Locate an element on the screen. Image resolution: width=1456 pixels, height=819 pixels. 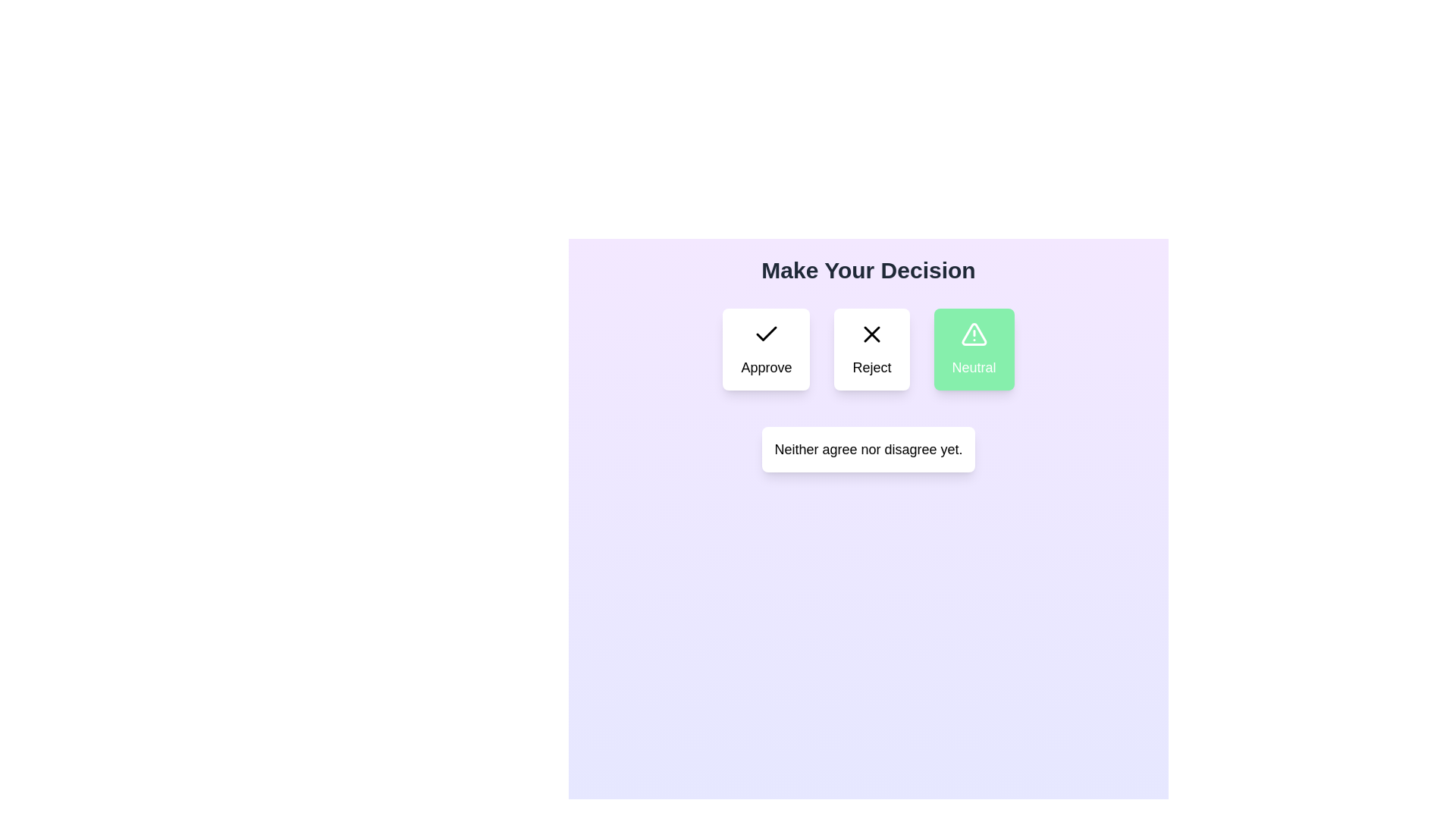
the button labeled Reject to observe its visual effect is located at coordinates (872, 350).